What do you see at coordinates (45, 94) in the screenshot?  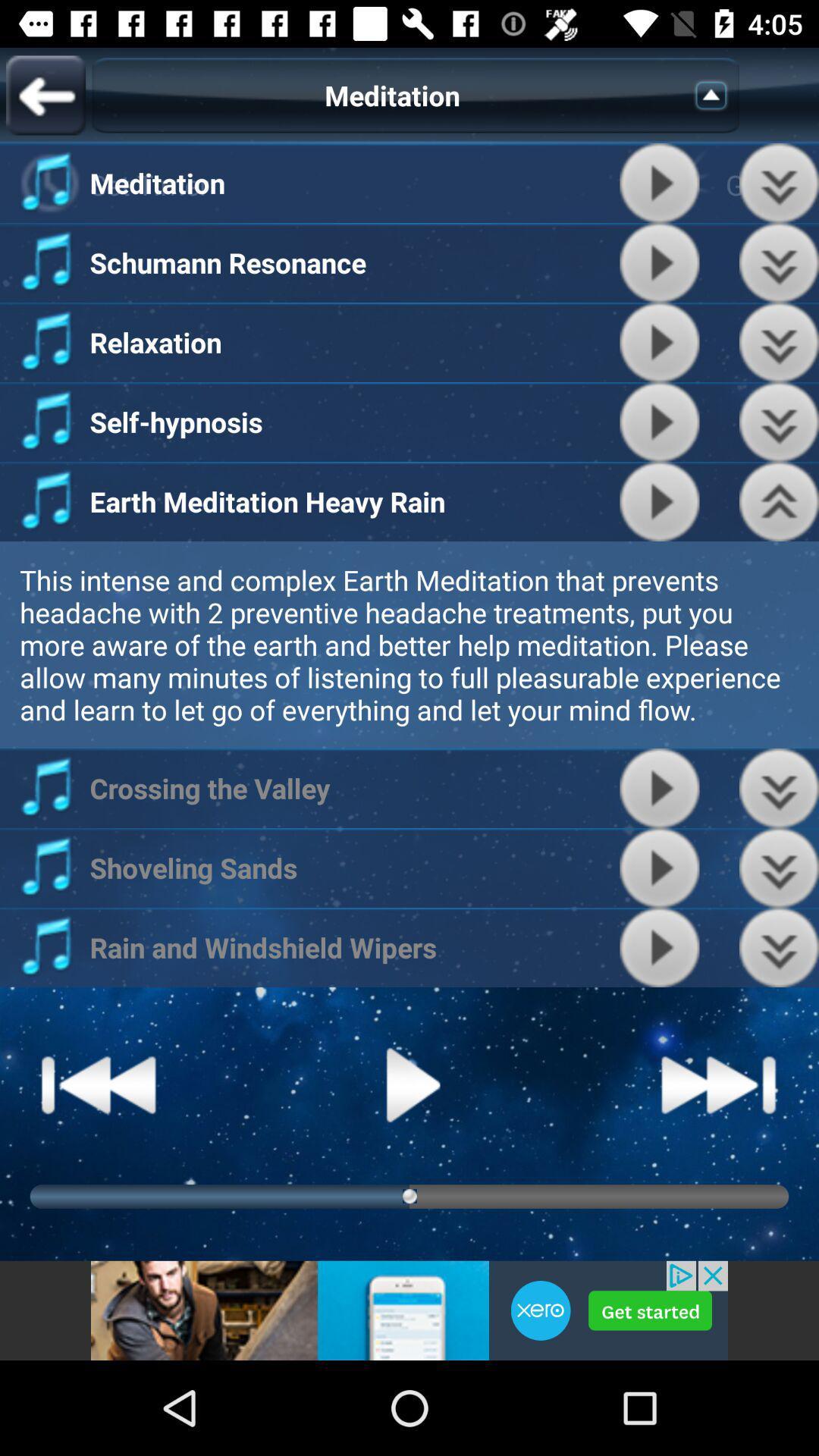 I see `the arrow_backward icon` at bounding box center [45, 94].